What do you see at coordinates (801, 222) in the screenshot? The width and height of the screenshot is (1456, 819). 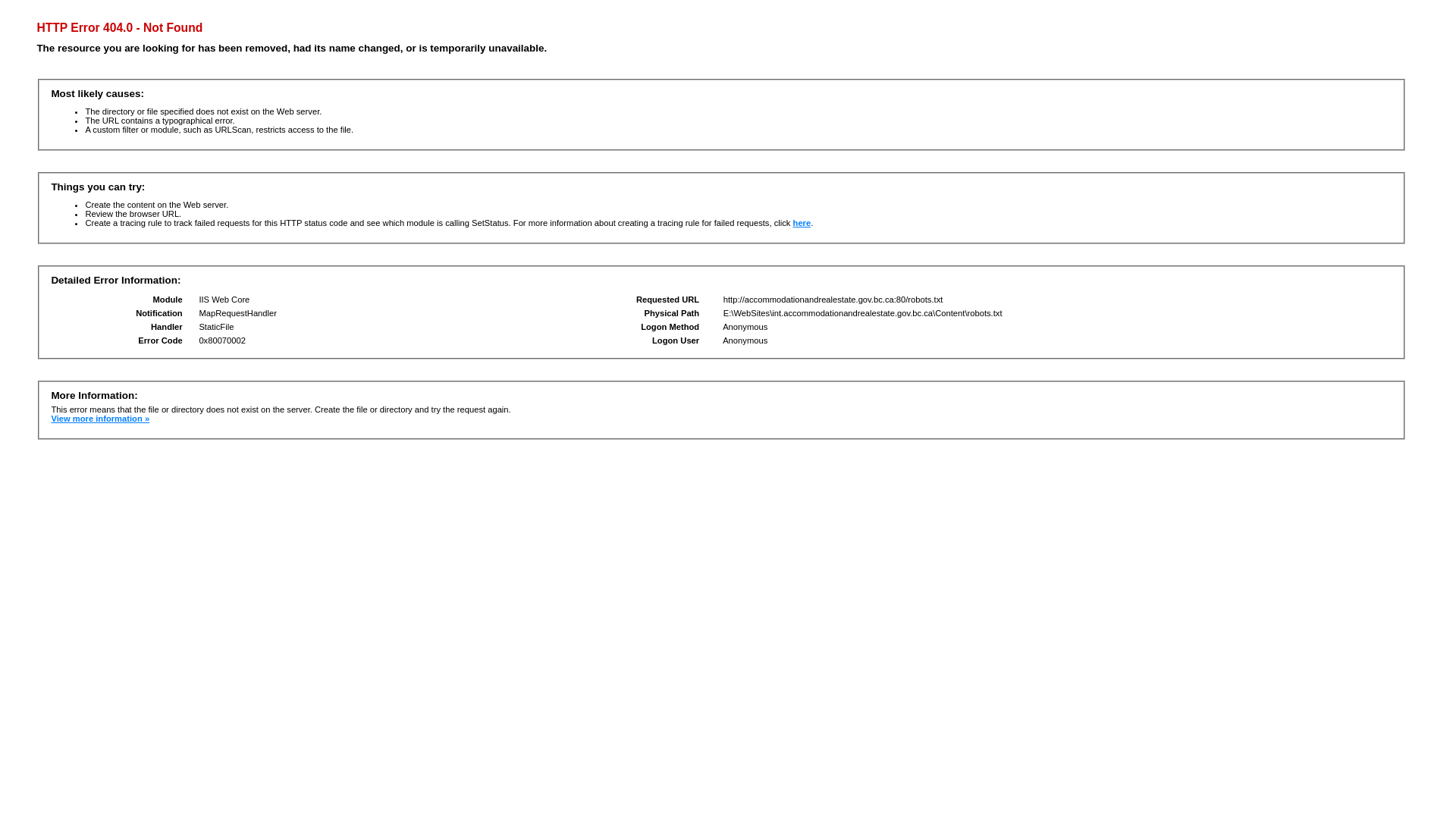 I see `'here'` at bounding box center [801, 222].